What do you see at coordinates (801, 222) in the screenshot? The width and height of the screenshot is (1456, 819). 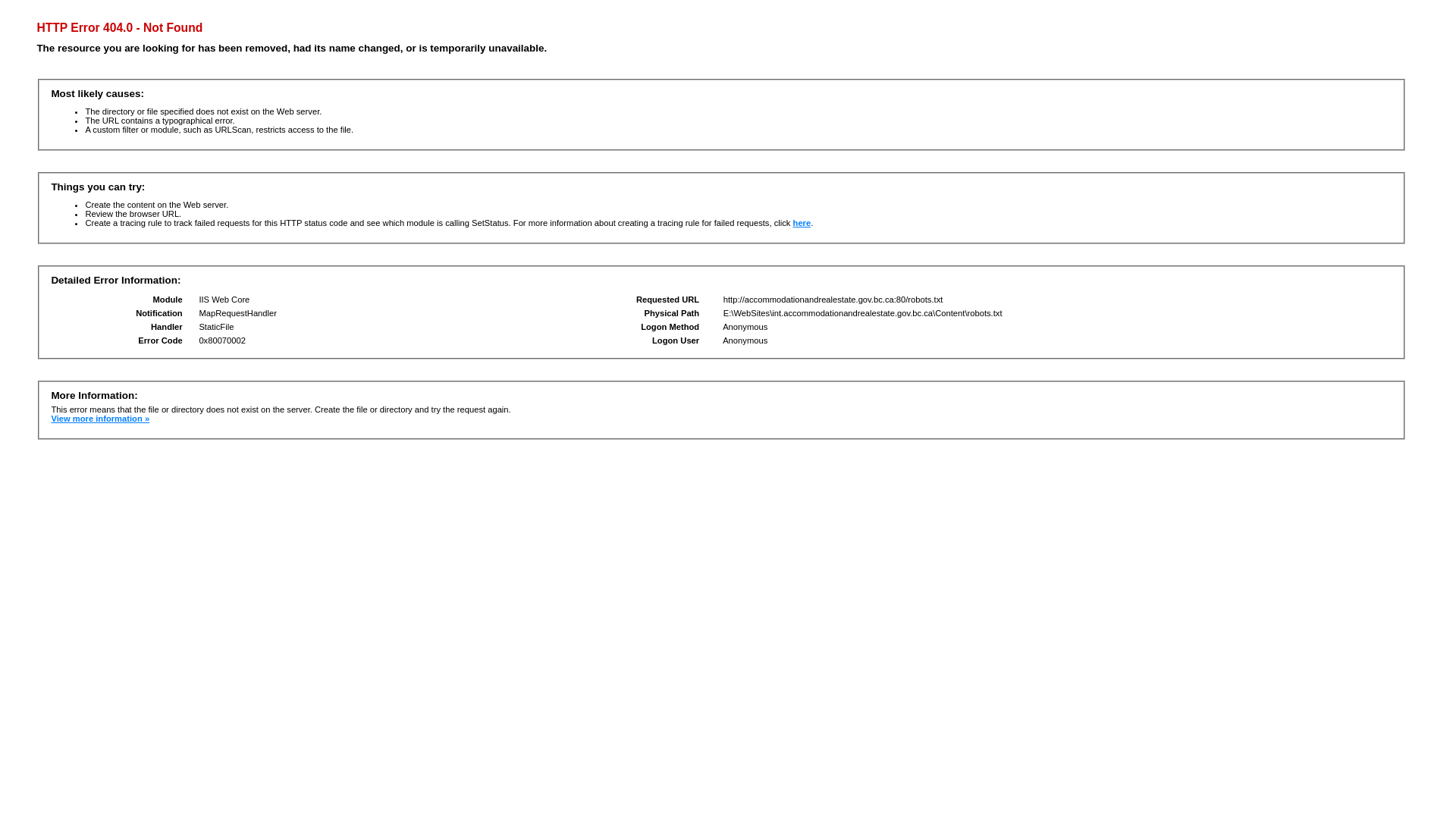 I see `'here'` at bounding box center [801, 222].